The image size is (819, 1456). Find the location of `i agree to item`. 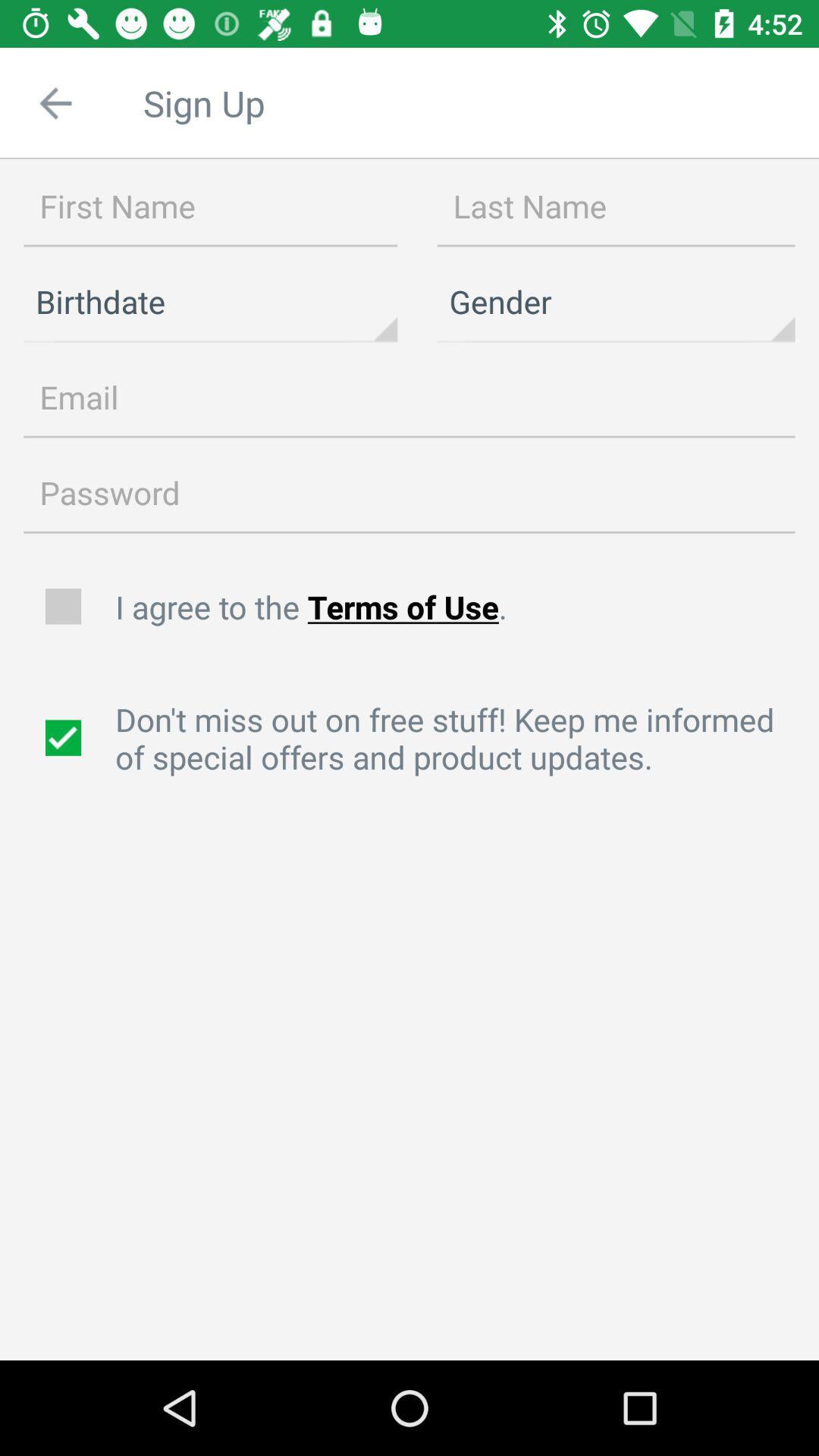

i agree to item is located at coordinates (458, 607).